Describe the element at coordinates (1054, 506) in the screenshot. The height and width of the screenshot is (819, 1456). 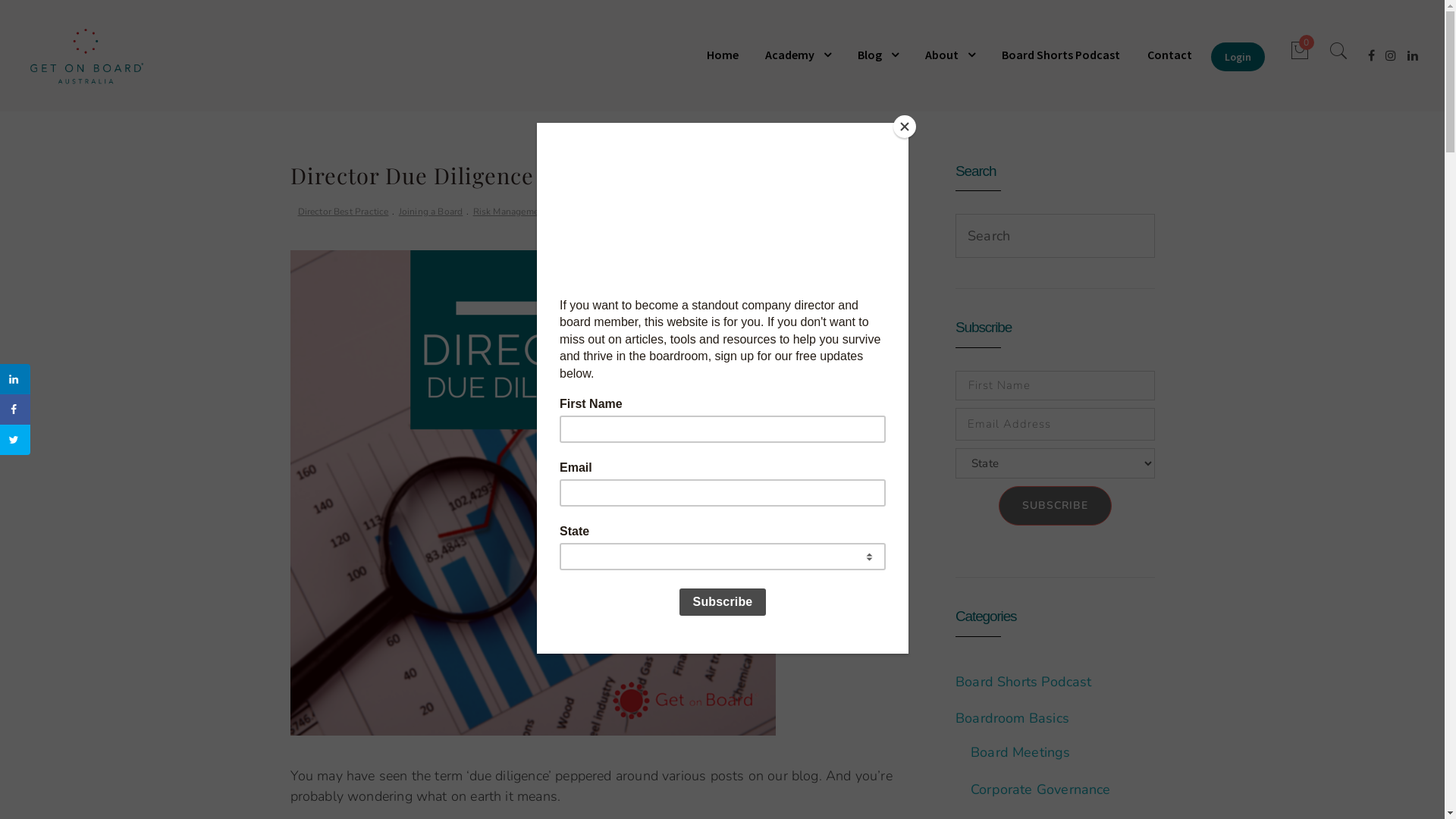
I see `'SUBSCRIBE'` at that location.